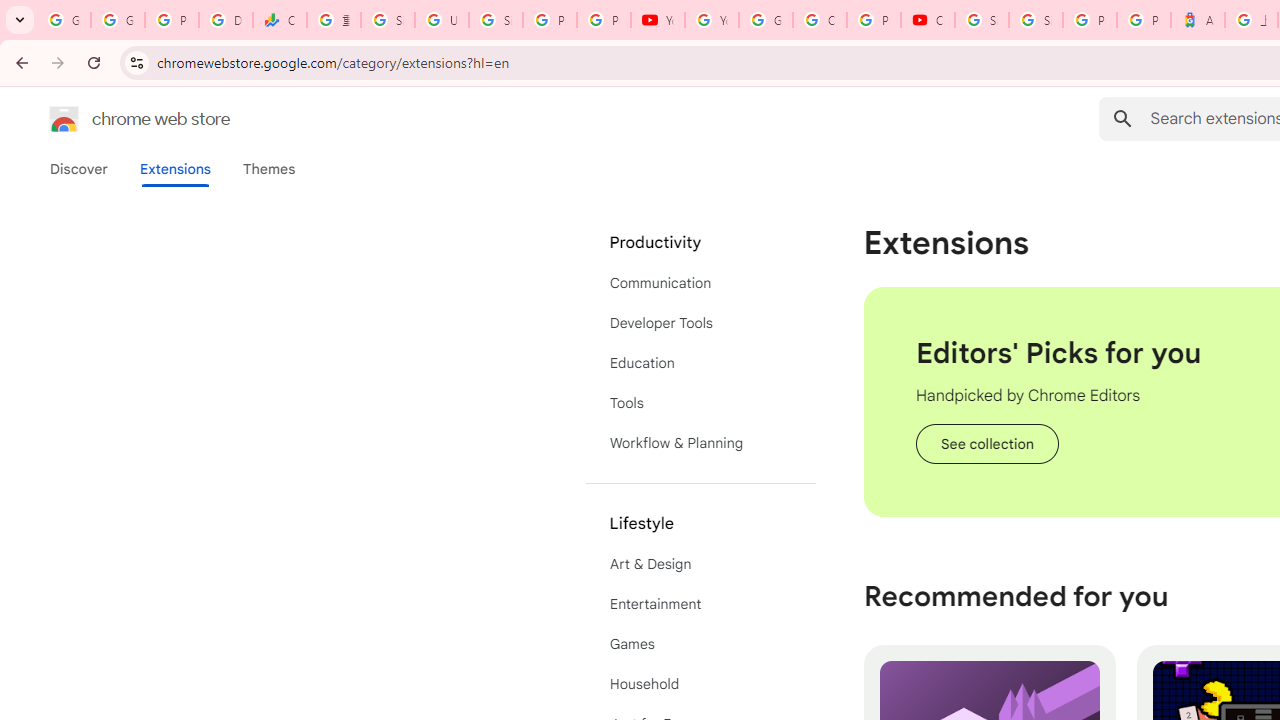 This screenshot has width=1280, height=720. I want to click on 'Sign in - Google Accounts', so click(1036, 20).